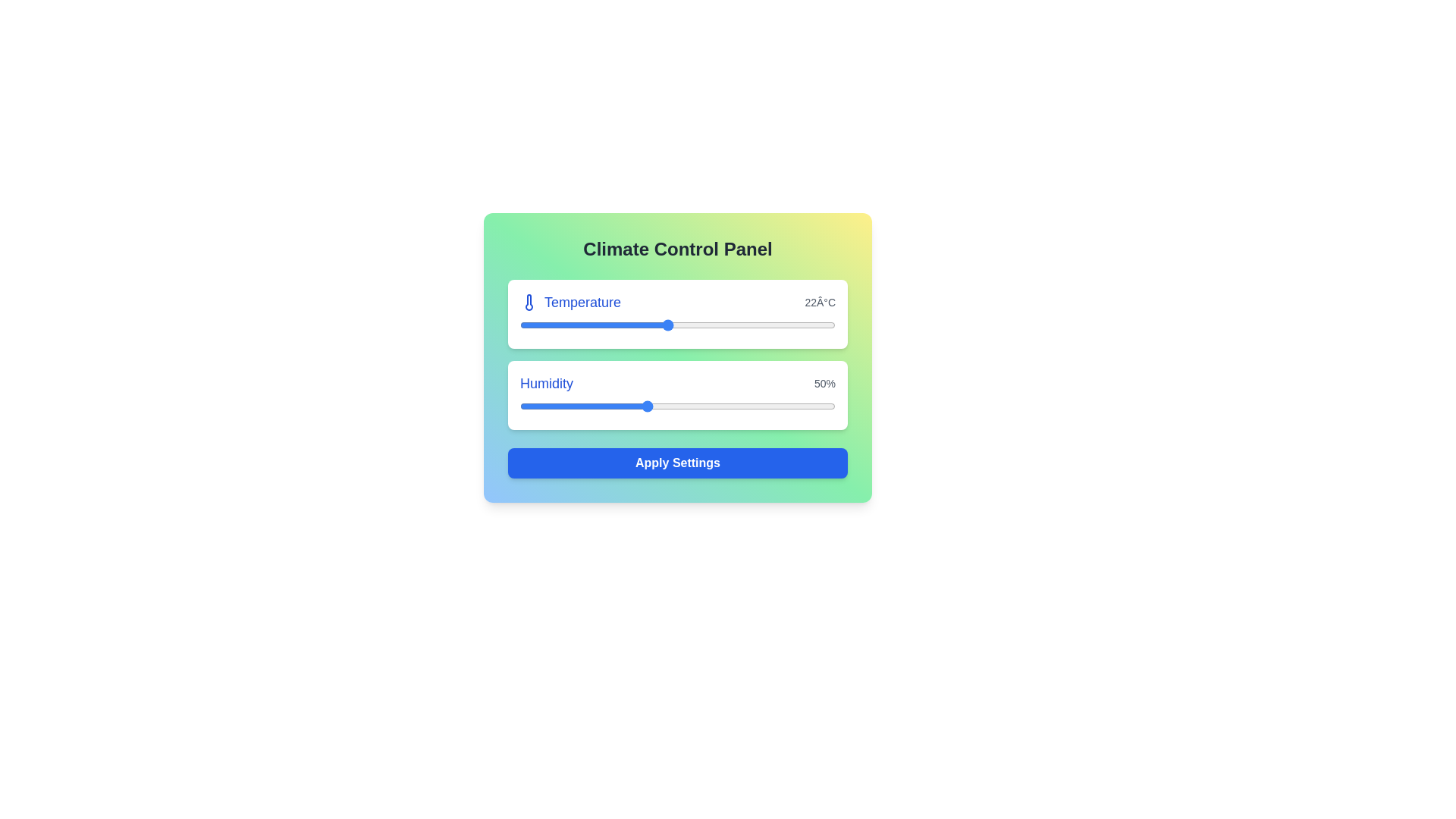  I want to click on descriptive title text located at the top of the climate settings panel, above the Temperature and Humidity controls, so click(676, 248).